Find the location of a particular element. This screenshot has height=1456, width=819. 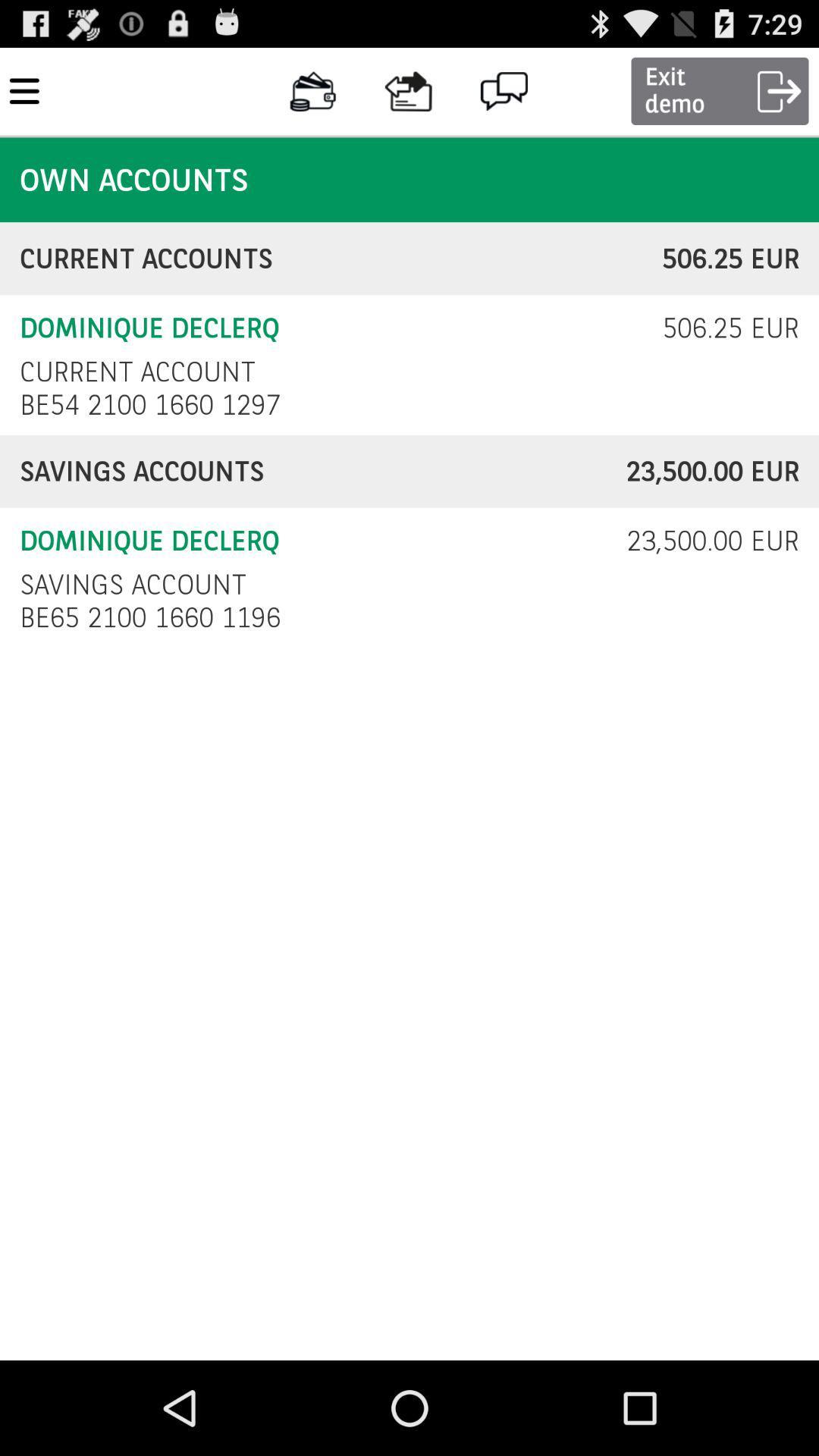

the checkbox to the left of the 506.25 eur is located at coordinates (137, 372).